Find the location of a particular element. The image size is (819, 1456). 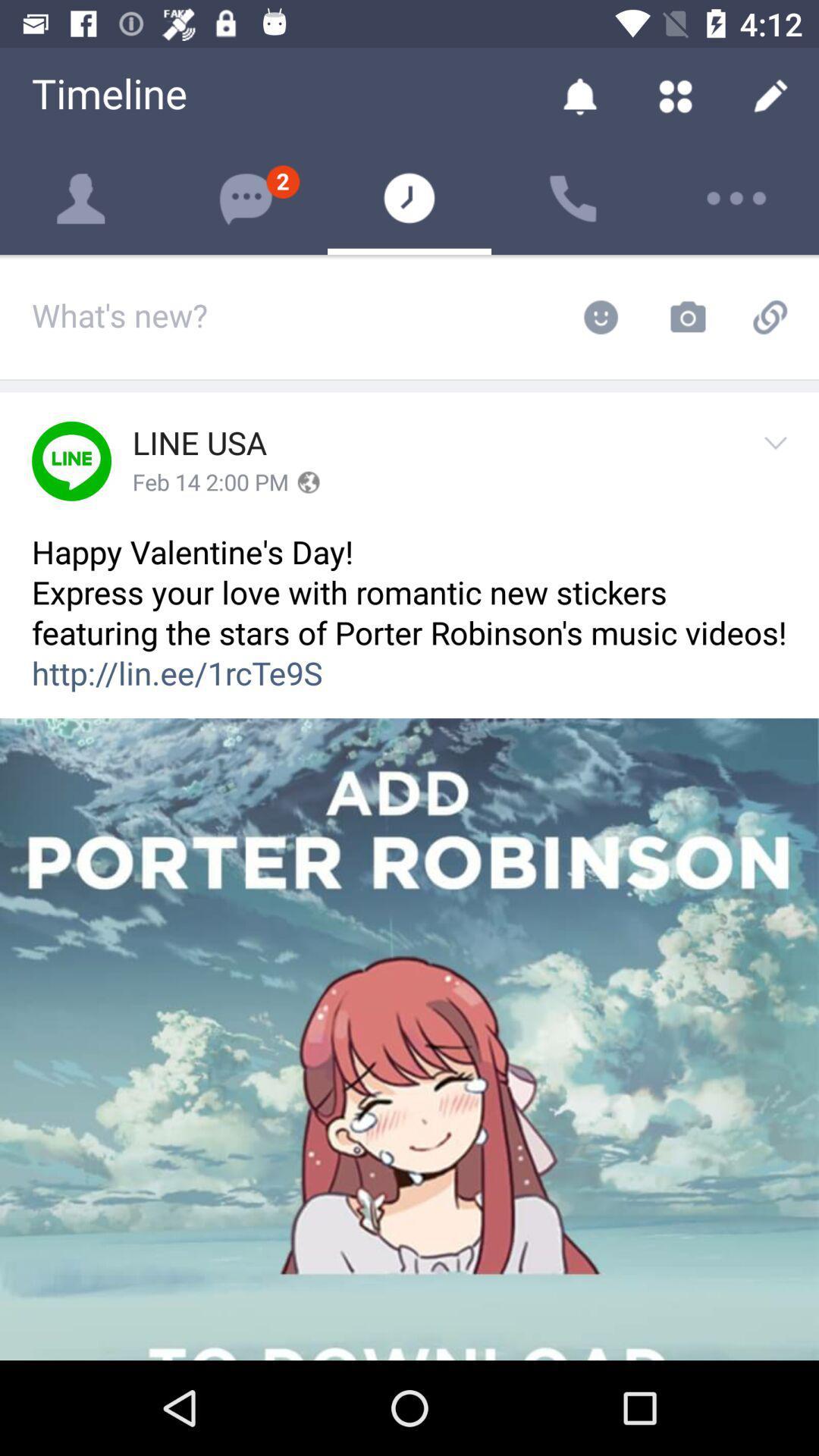

the field which says whats new is located at coordinates (294, 315).